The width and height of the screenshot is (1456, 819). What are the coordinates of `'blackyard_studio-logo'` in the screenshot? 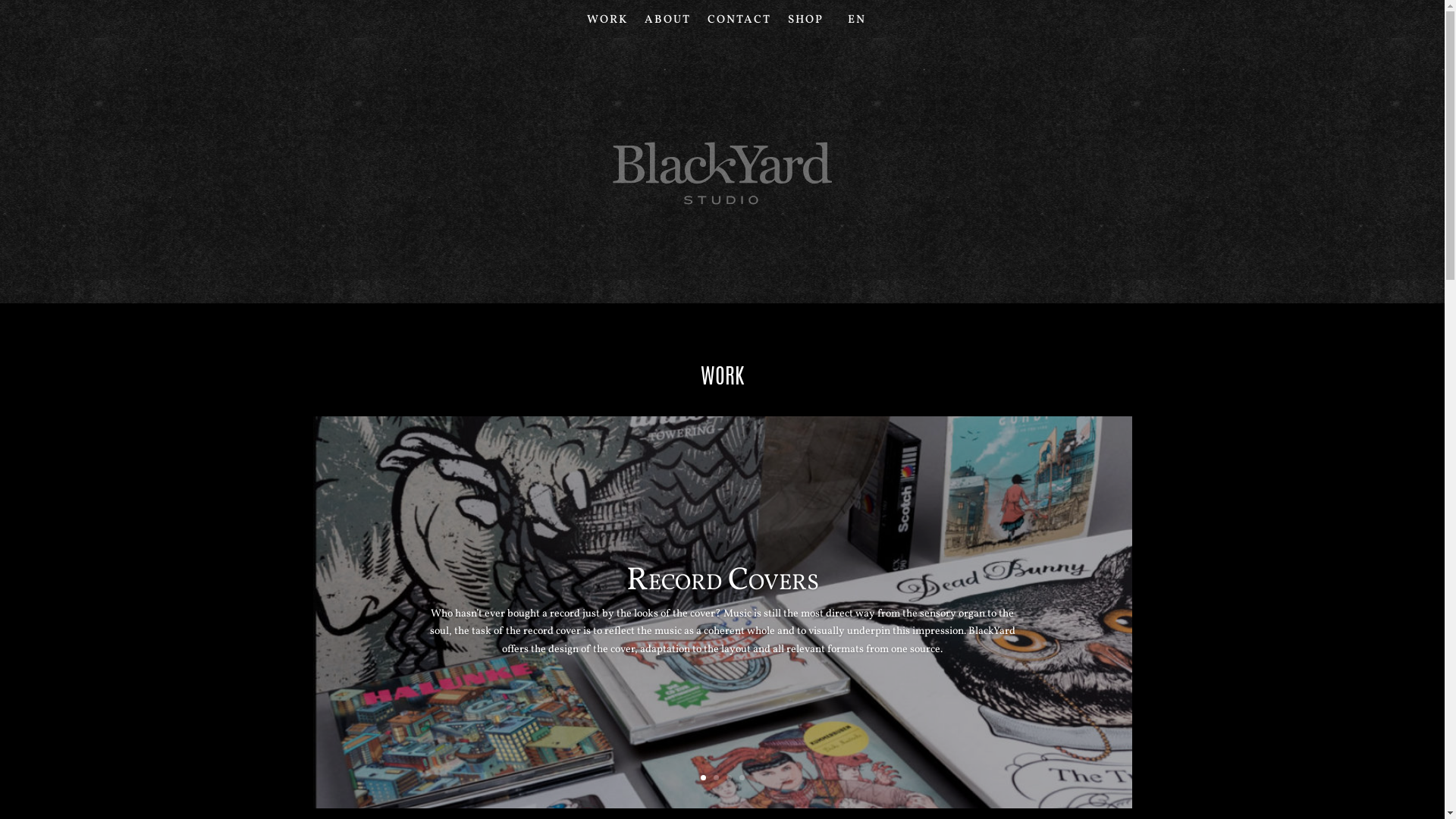 It's located at (721, 172).